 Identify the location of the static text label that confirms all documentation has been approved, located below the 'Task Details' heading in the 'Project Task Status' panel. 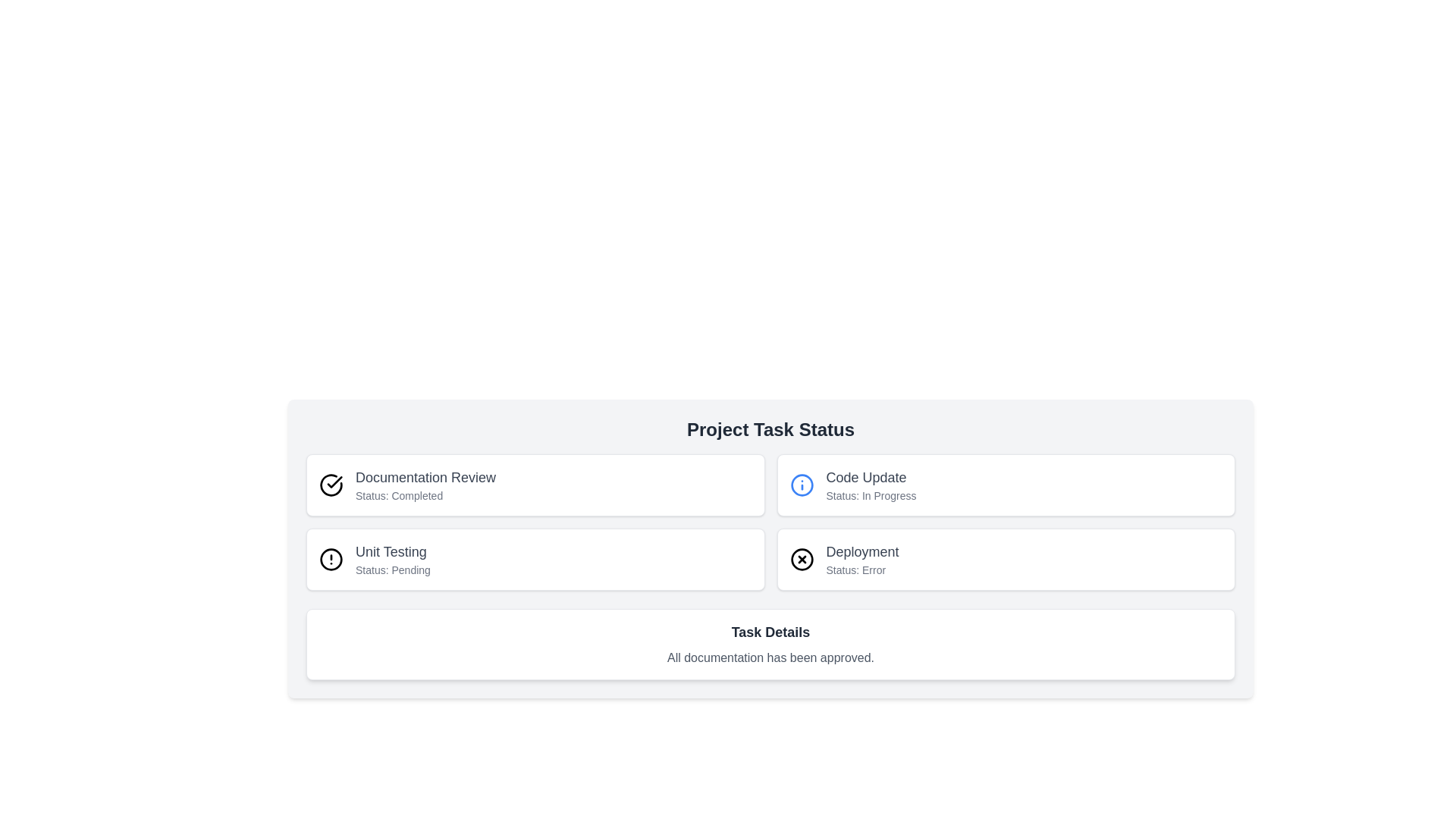
(770, 657).